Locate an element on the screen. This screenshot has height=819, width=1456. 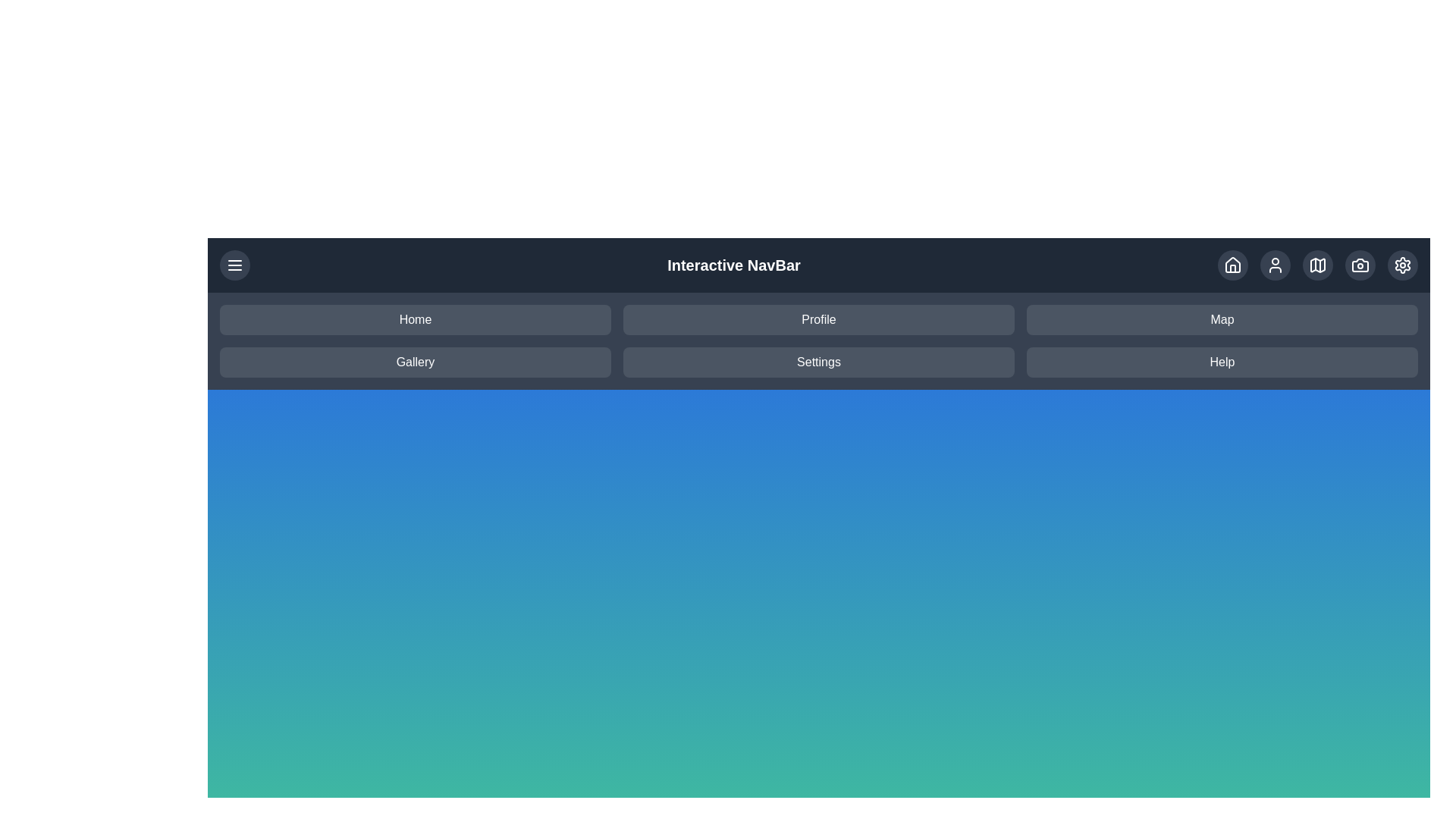
the Settings icon in the action bar is located at coordinates (1401, 265).